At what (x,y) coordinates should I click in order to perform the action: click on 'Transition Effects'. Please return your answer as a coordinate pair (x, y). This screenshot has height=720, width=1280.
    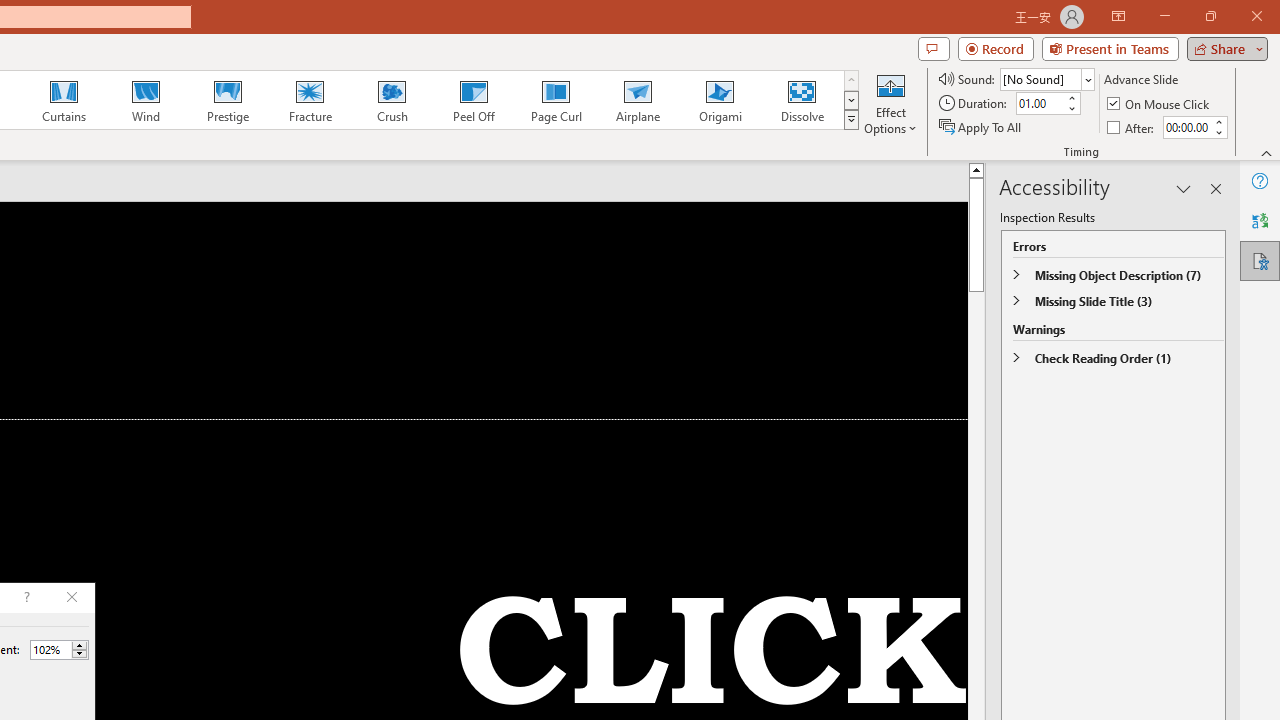
    Looking at the image, I should click on (851, 120).